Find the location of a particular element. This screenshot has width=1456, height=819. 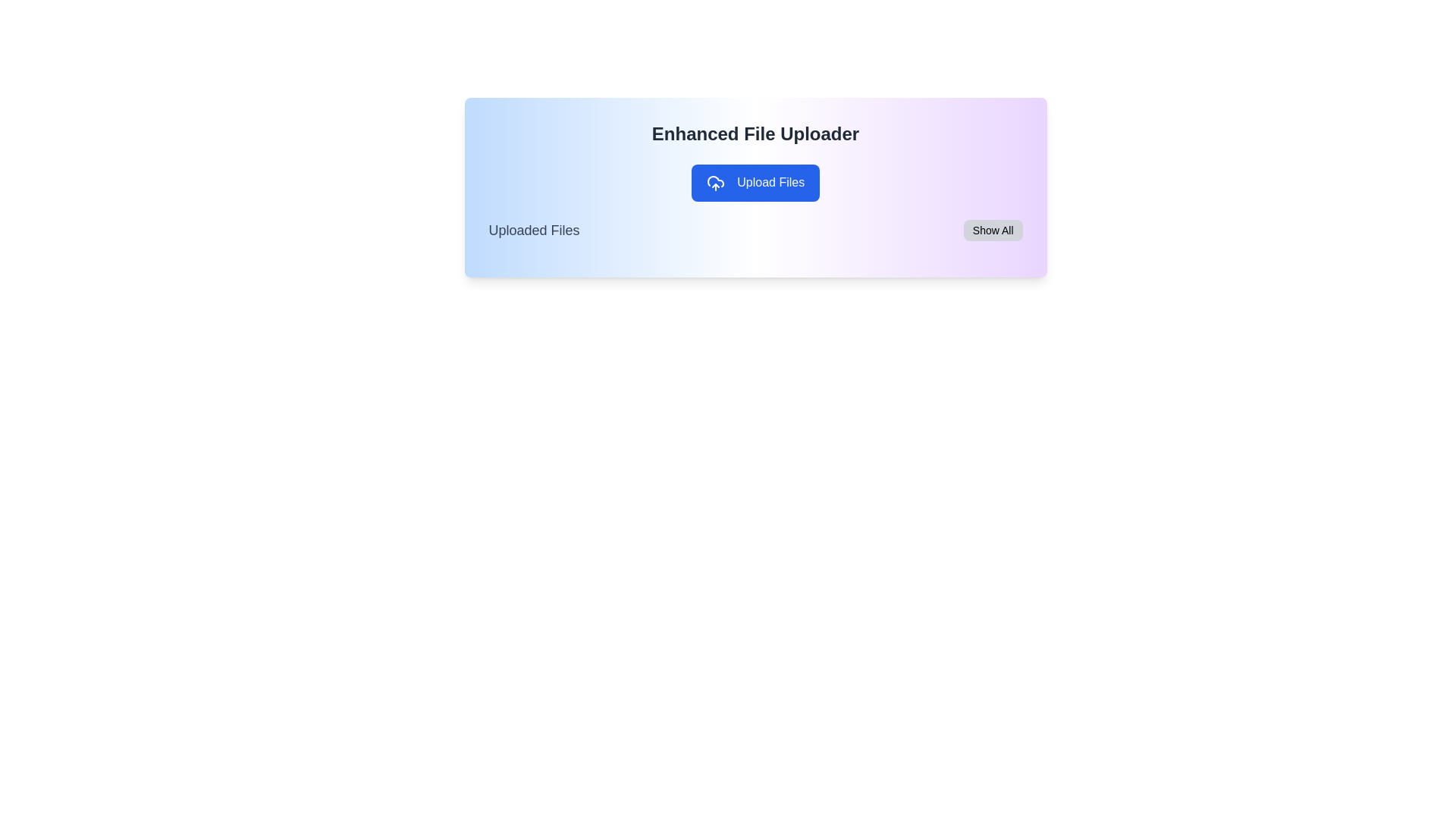

the button with a blue background and bold white text label 'Upload Files' is located at coordinates (755, 187).